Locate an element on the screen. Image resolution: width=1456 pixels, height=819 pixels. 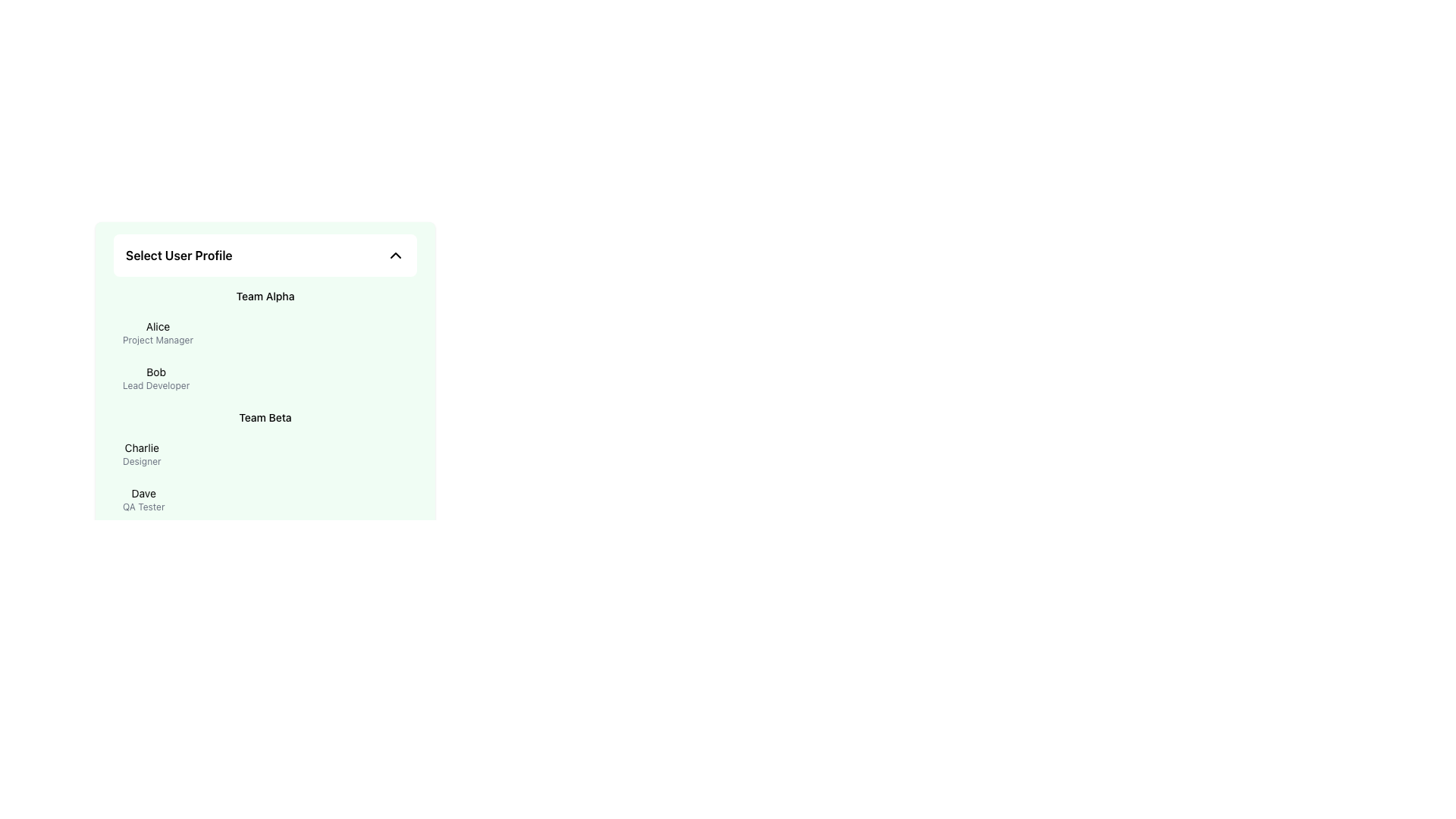
the text label displaying 'Designer' located below 'Charlie' in the 'Team Beta' section is located at coordinates (142, 461).